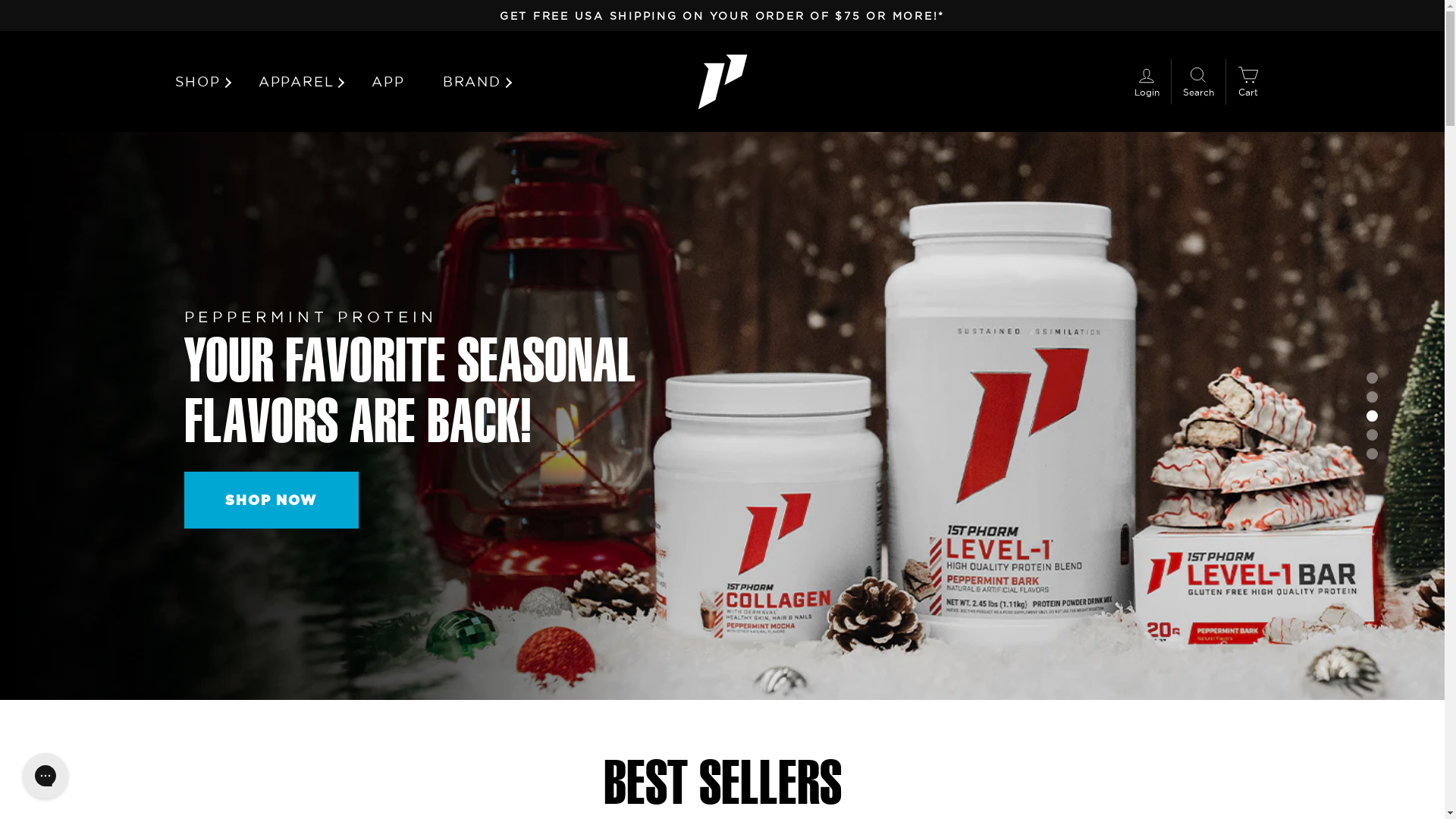  What do you see at coordinates (1170, 82) in the screenshot?
I see `'SEARCH` at bounding box center [1170, 82].